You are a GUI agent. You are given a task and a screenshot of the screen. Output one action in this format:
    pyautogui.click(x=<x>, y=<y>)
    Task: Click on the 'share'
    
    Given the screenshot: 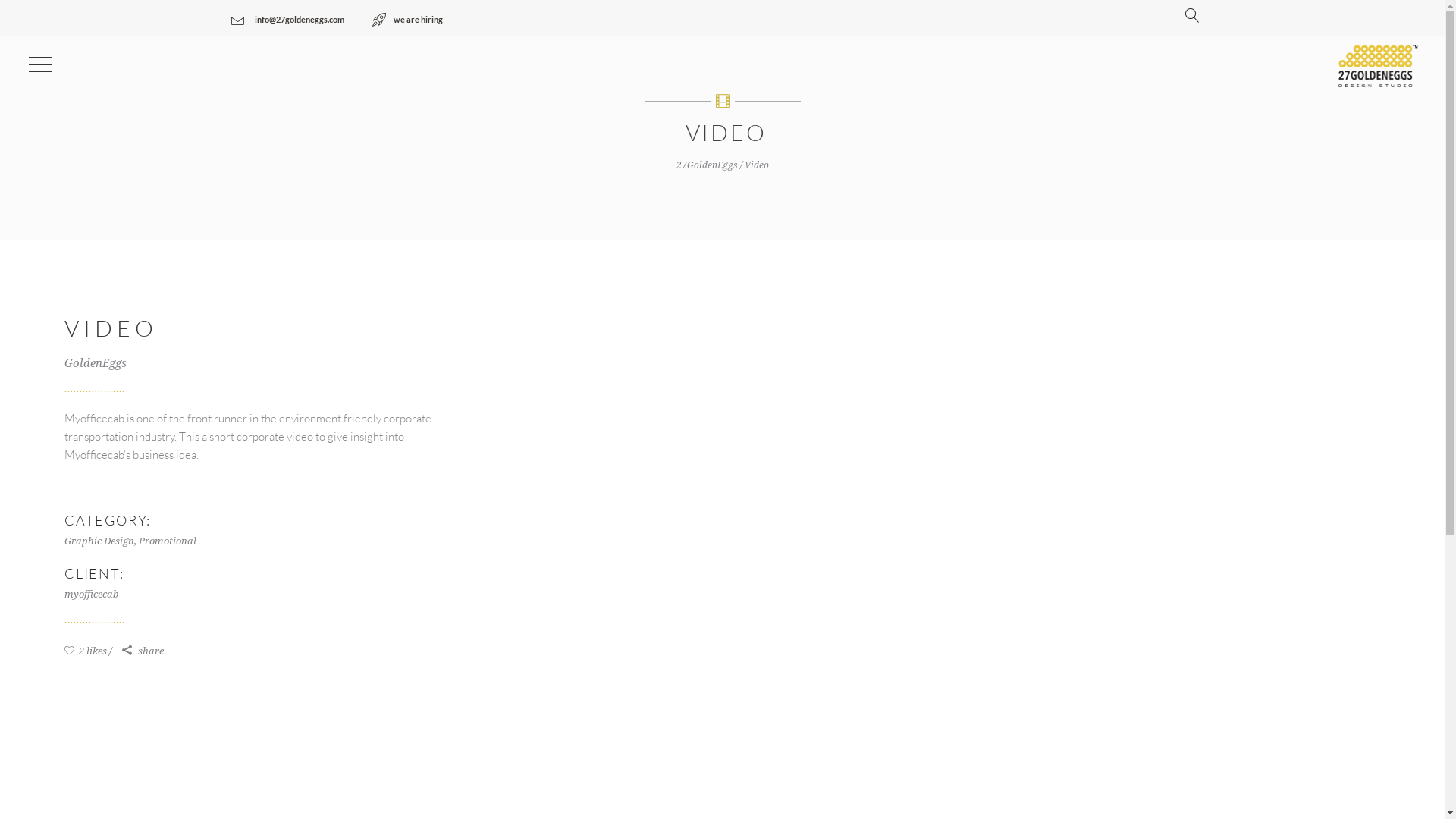 What is the action you would take?
    pyautogui.click(x=122, y=651)
    